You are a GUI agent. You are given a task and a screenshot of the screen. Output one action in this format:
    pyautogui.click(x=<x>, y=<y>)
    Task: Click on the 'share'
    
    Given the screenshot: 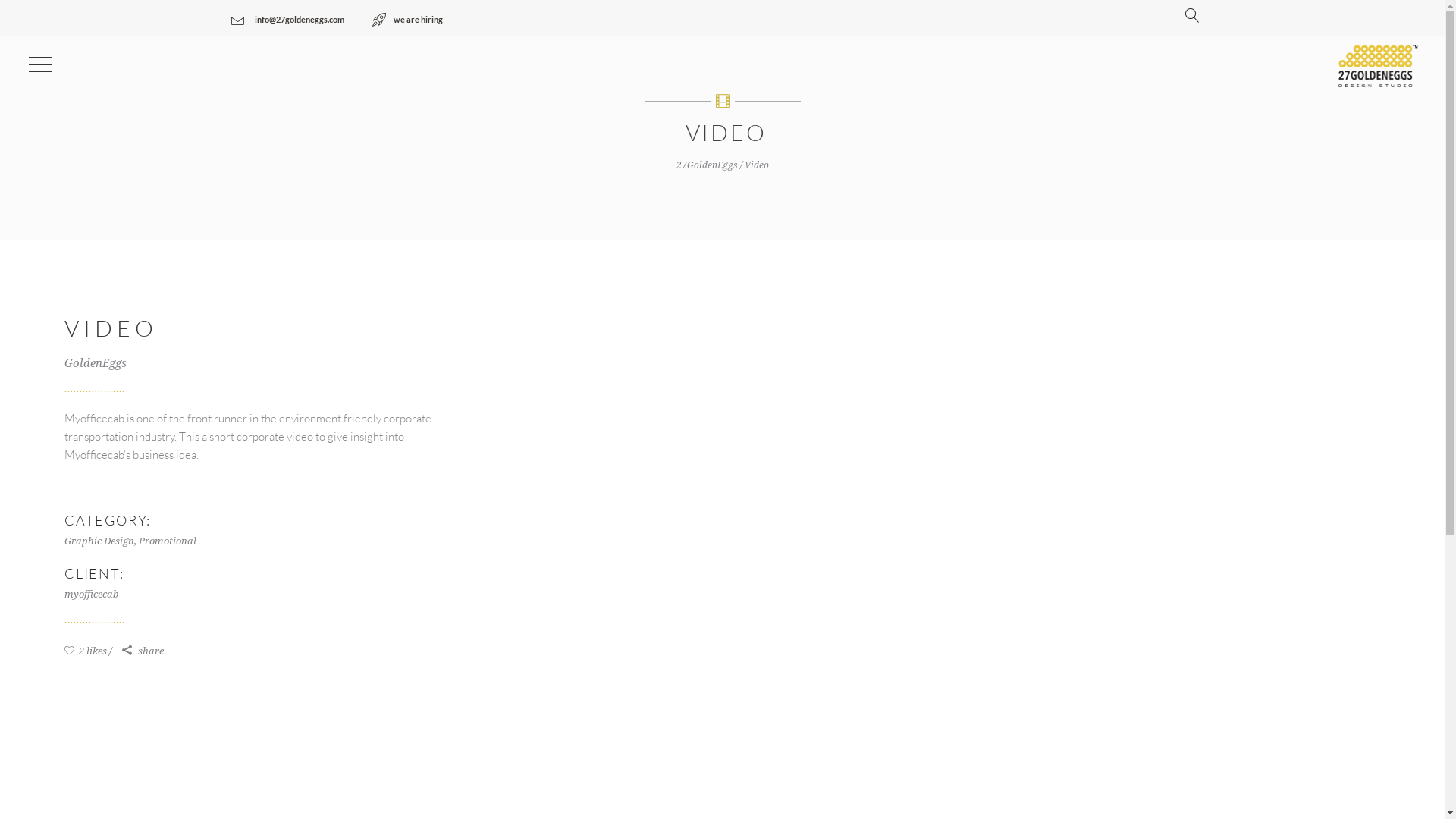 What is the action you would take?
    pyautogui.click(x=122, y=651)
    